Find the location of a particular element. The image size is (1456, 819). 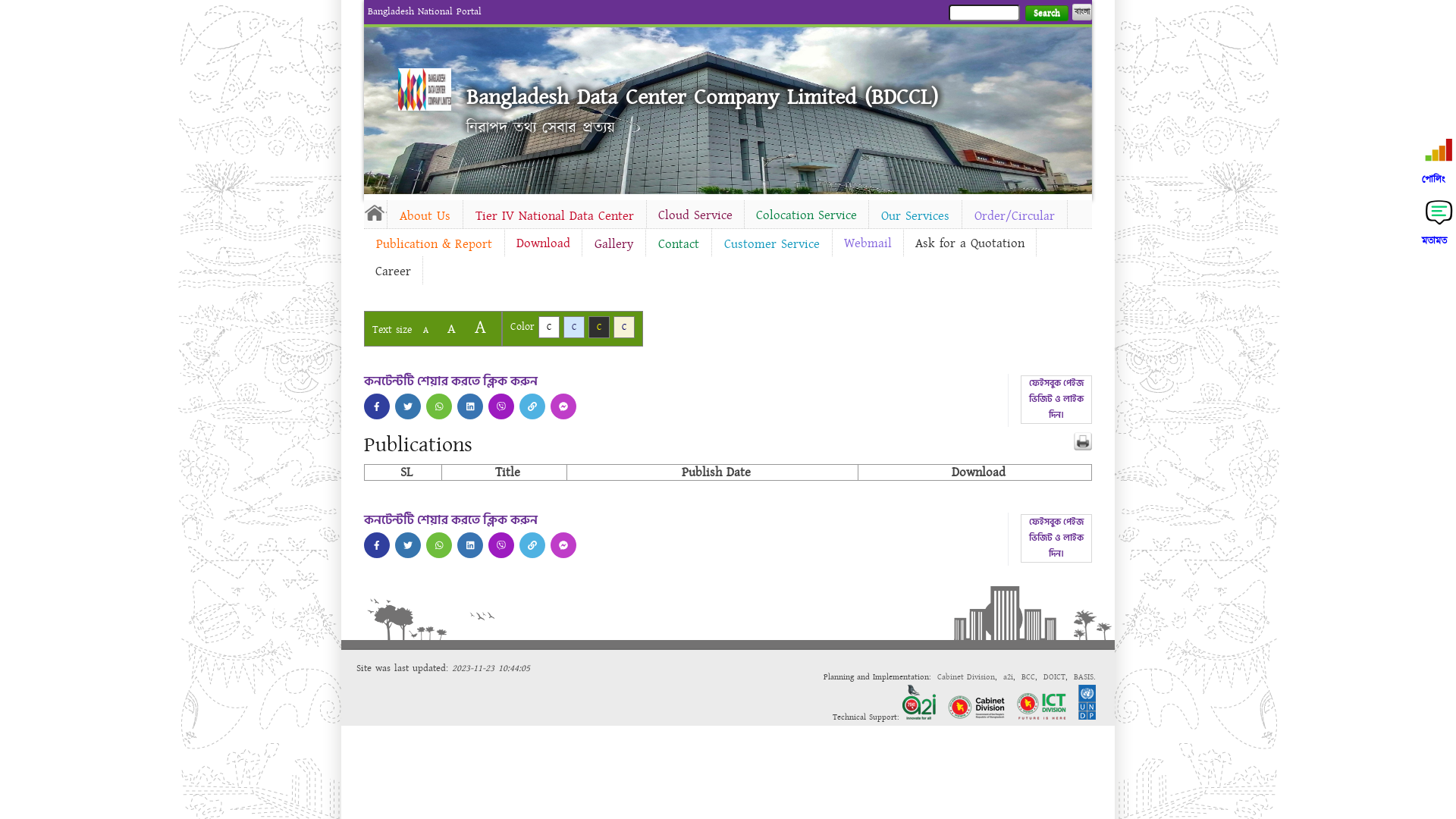

'A' is located at coordinates (479, 326).